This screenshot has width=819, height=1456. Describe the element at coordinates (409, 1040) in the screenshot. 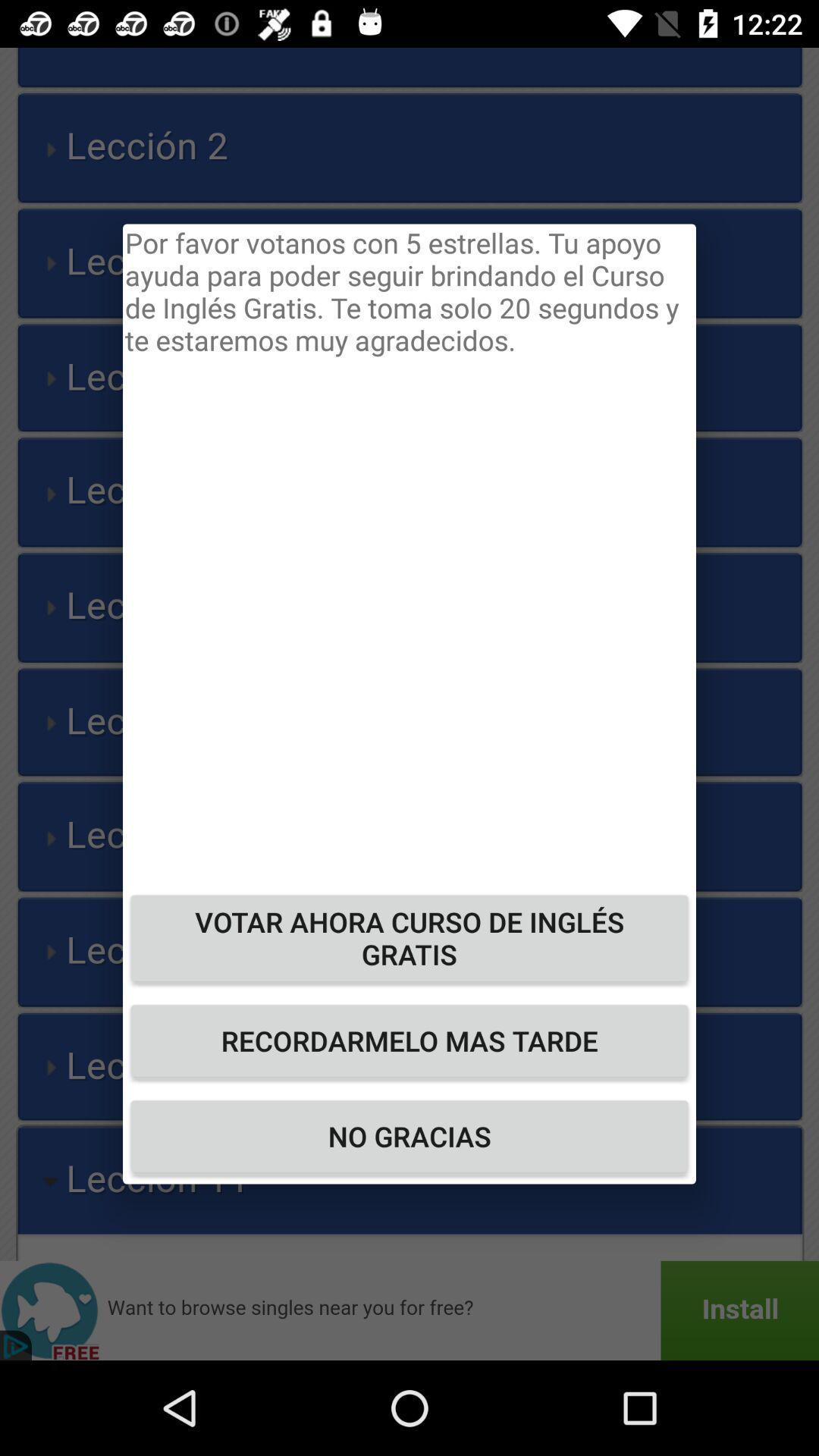

I see `the button above the no gracias item` at that location.